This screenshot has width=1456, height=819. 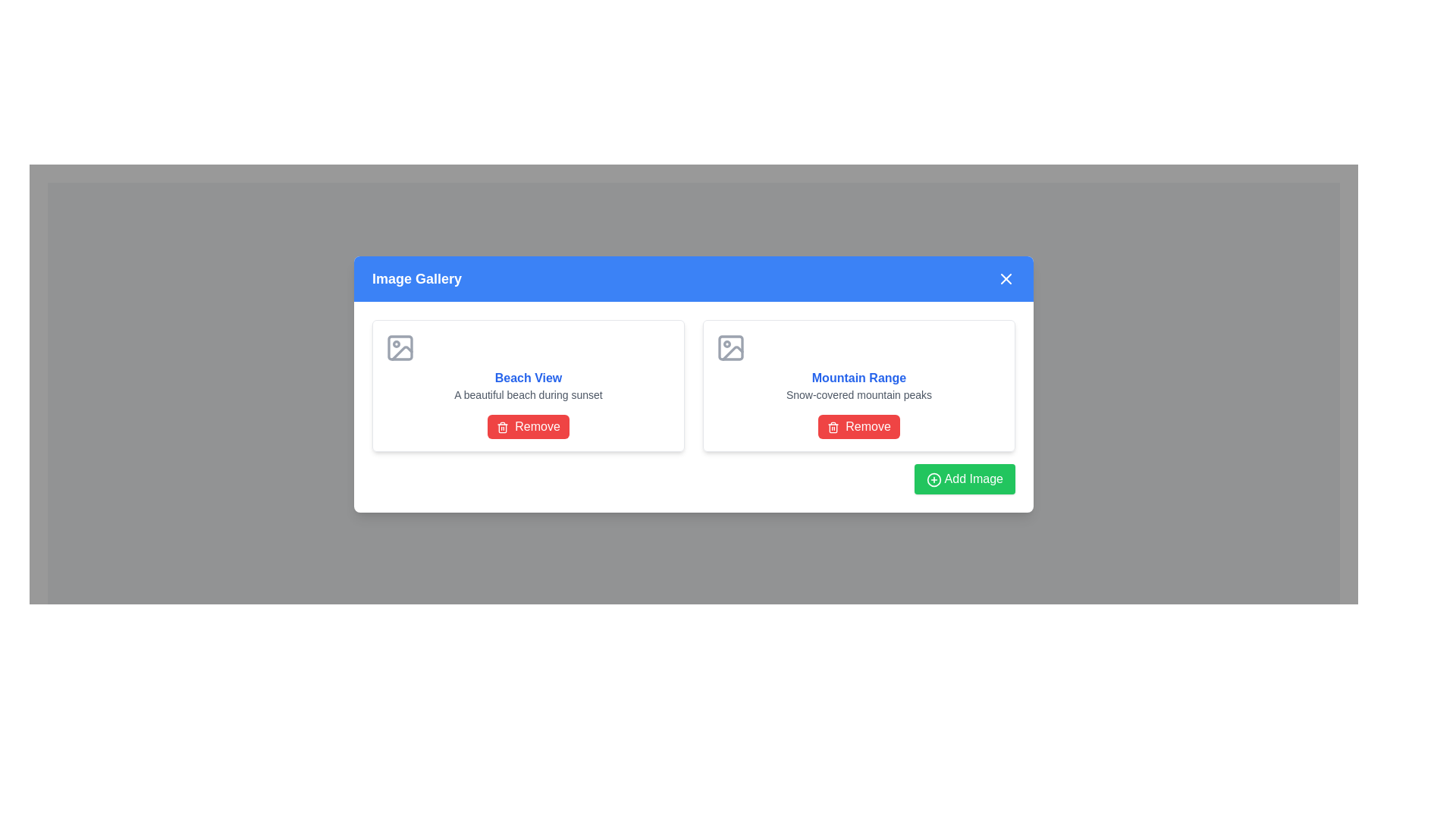 I want to click on the Title bar labeled 'Image Gallery', which is a rectangular blue bar at the top of the modal, so click(x=693, y=278).